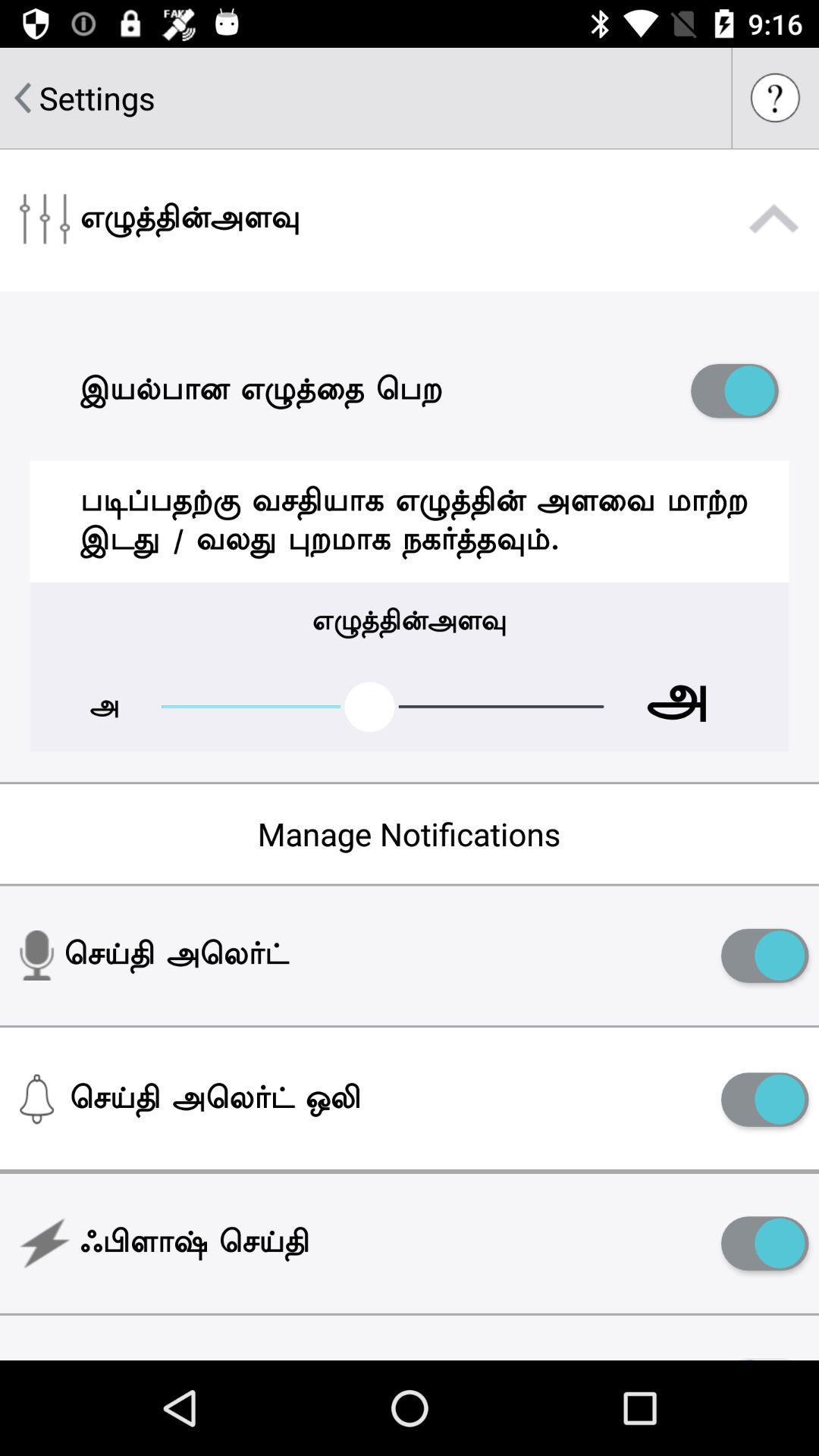  What do you see at coordinates (775, 97) in the screenshot?
I see `help link` at bounding box center [775, 97].